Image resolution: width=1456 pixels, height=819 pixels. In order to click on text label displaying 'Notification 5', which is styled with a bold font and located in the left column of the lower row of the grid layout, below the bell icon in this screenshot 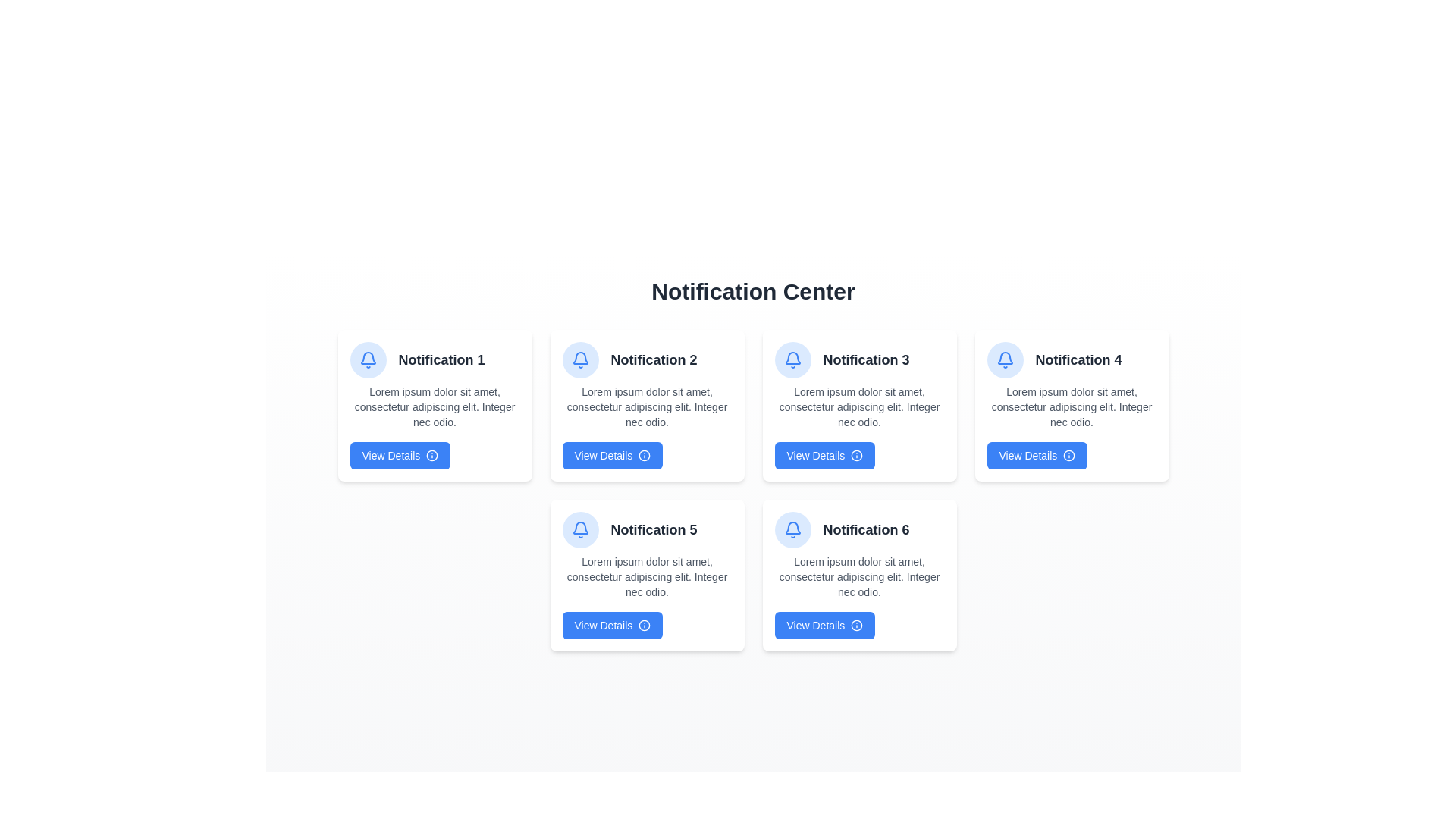, I will do `click(654, 529)`.